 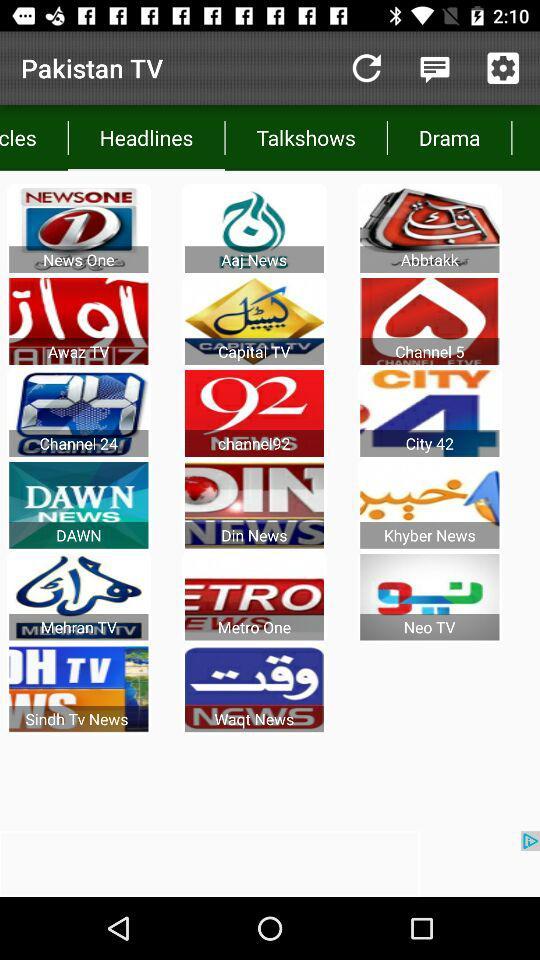 I want to click on settings, so click(x=502, y=68).